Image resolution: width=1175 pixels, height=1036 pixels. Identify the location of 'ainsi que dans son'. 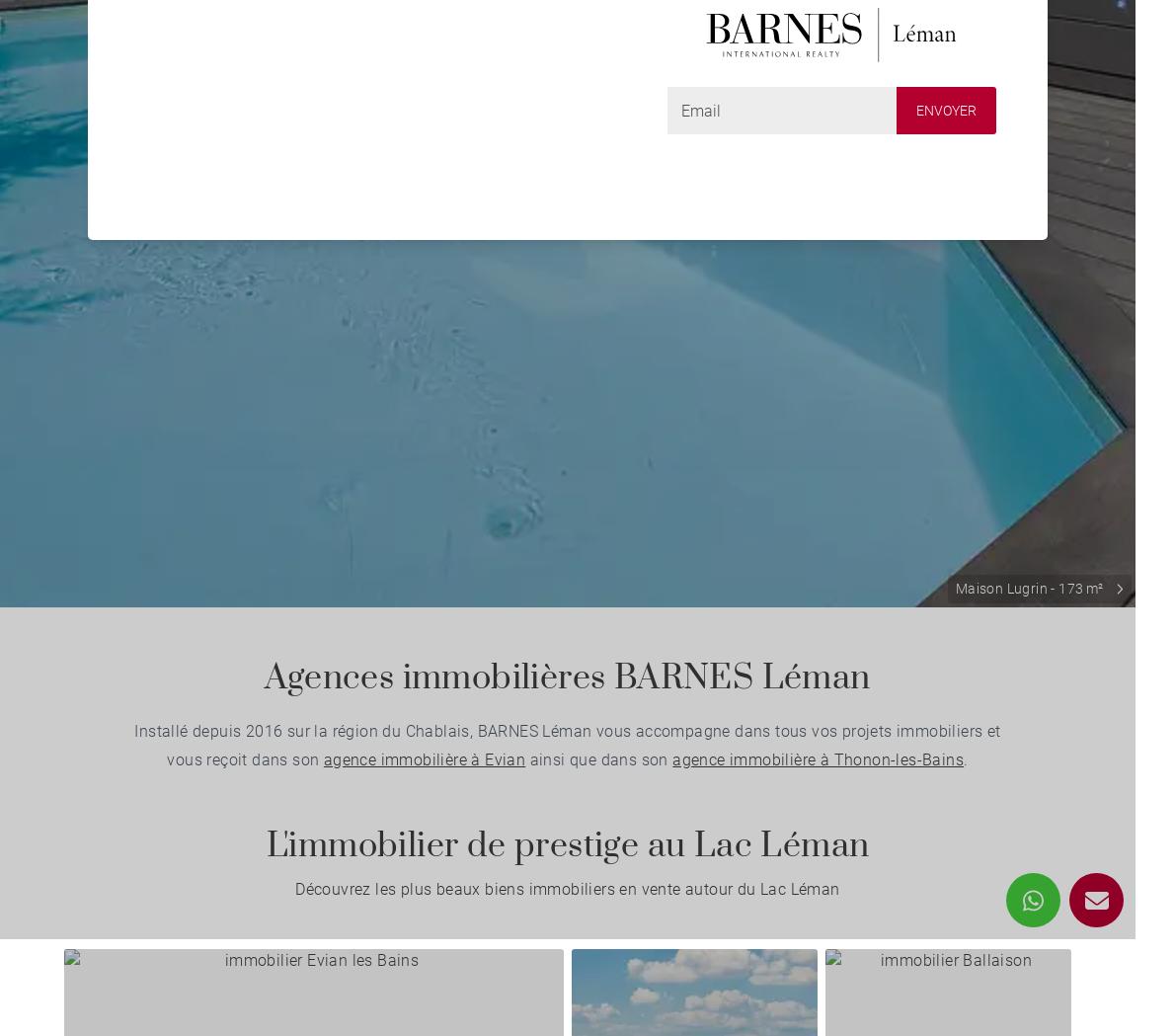
(597, 758).